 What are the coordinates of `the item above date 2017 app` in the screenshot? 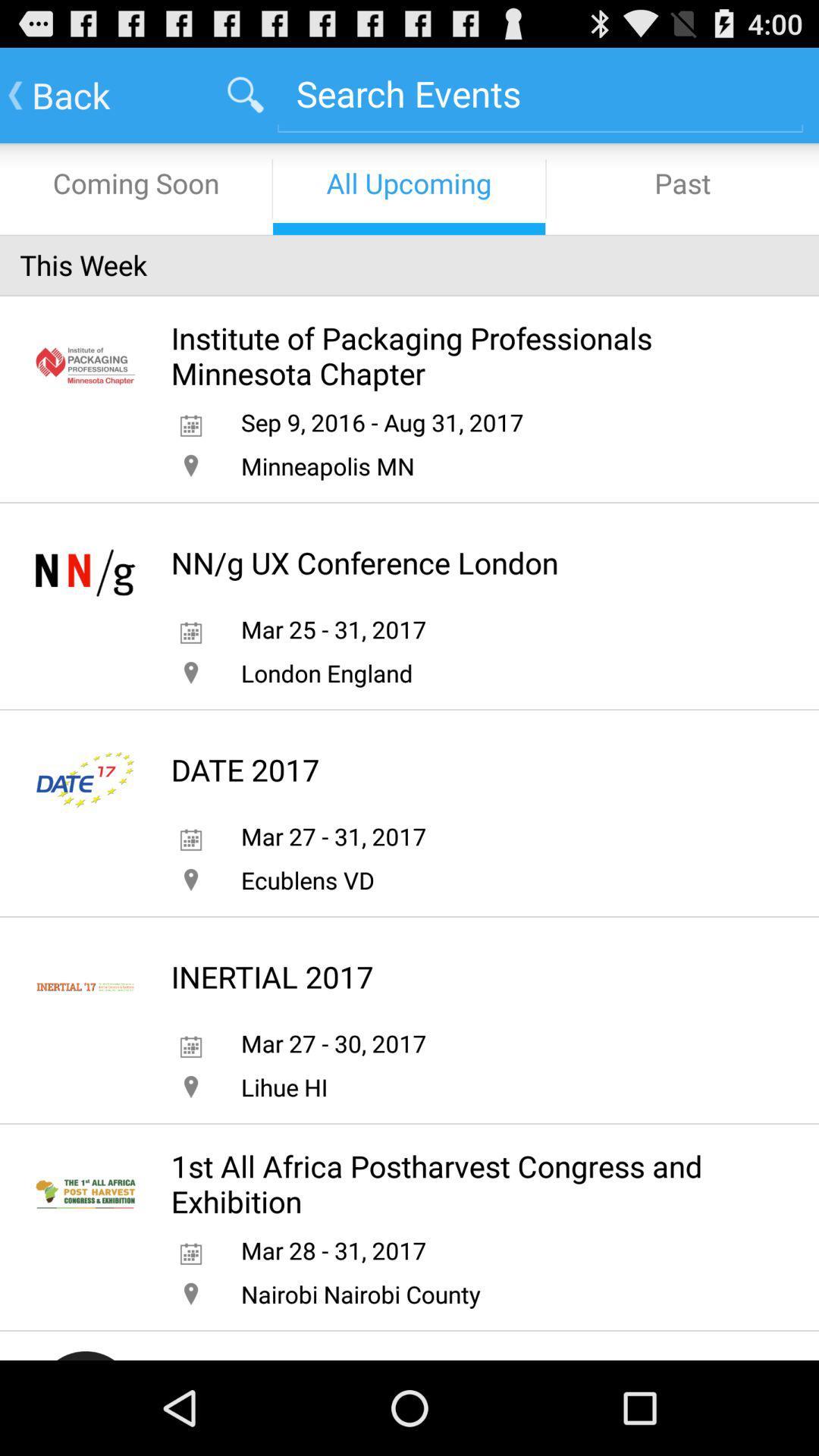 It's located at (326, 672).